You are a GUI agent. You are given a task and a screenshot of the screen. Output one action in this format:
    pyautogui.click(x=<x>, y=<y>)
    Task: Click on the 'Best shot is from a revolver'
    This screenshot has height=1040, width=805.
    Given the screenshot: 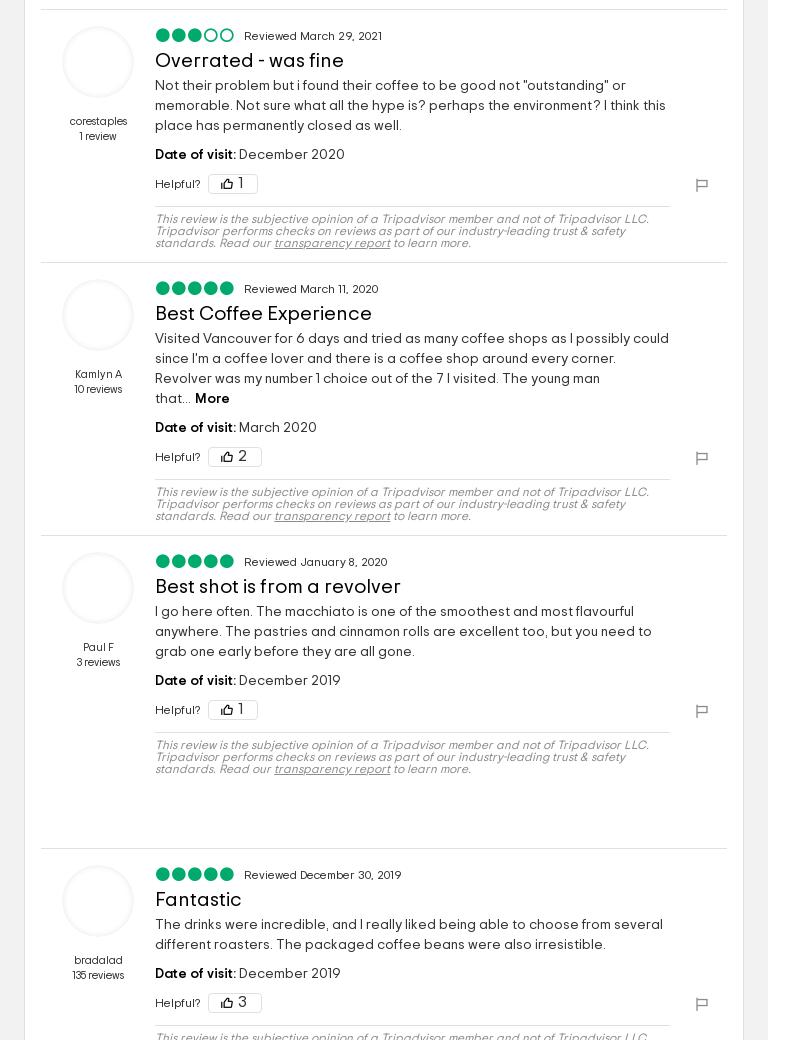 What is the action you would take?
    pyautogui.click(x=277, y=585)
    